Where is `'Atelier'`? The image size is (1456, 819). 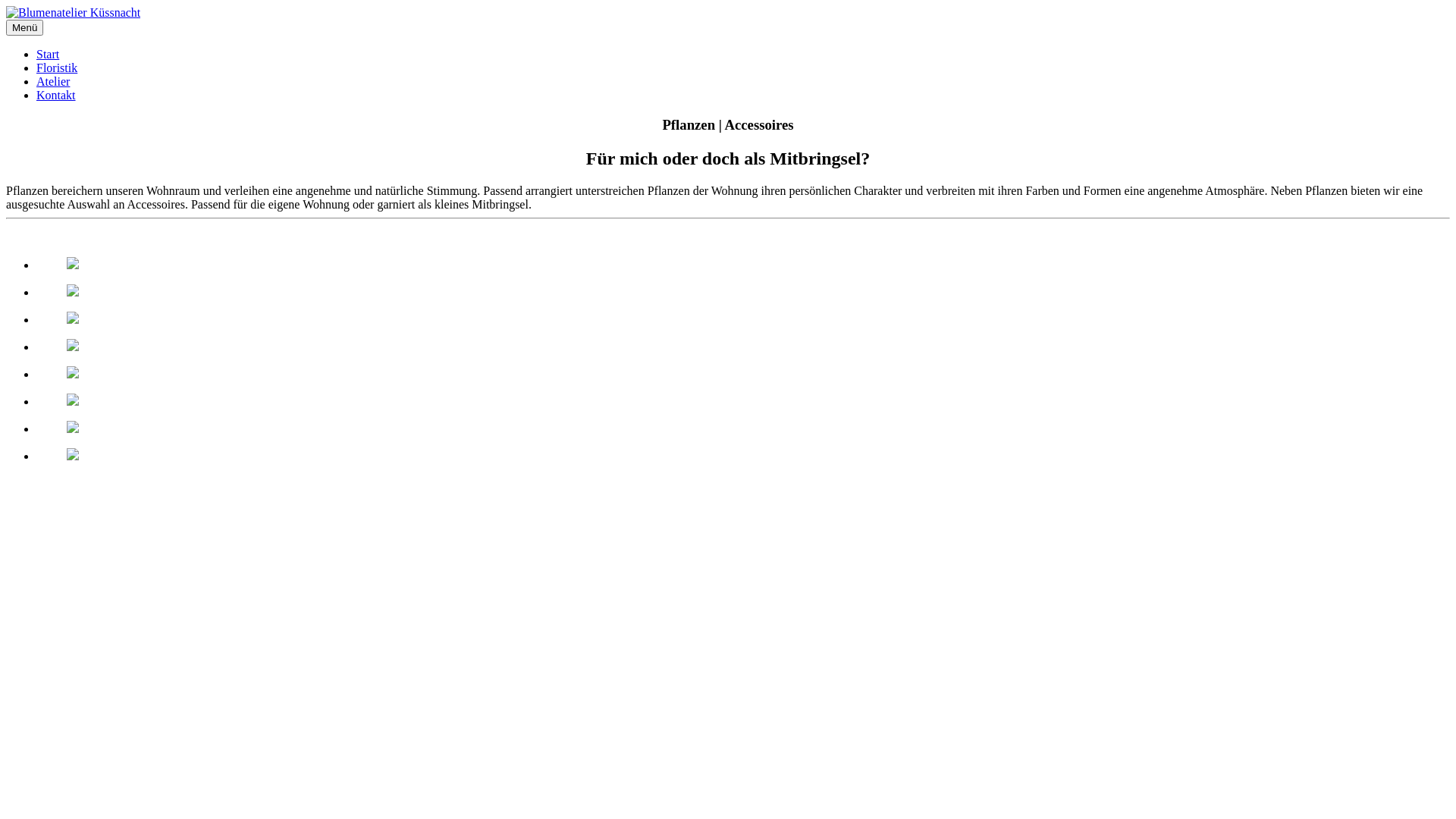 'Atelier' is located at coordinates (53, 81).